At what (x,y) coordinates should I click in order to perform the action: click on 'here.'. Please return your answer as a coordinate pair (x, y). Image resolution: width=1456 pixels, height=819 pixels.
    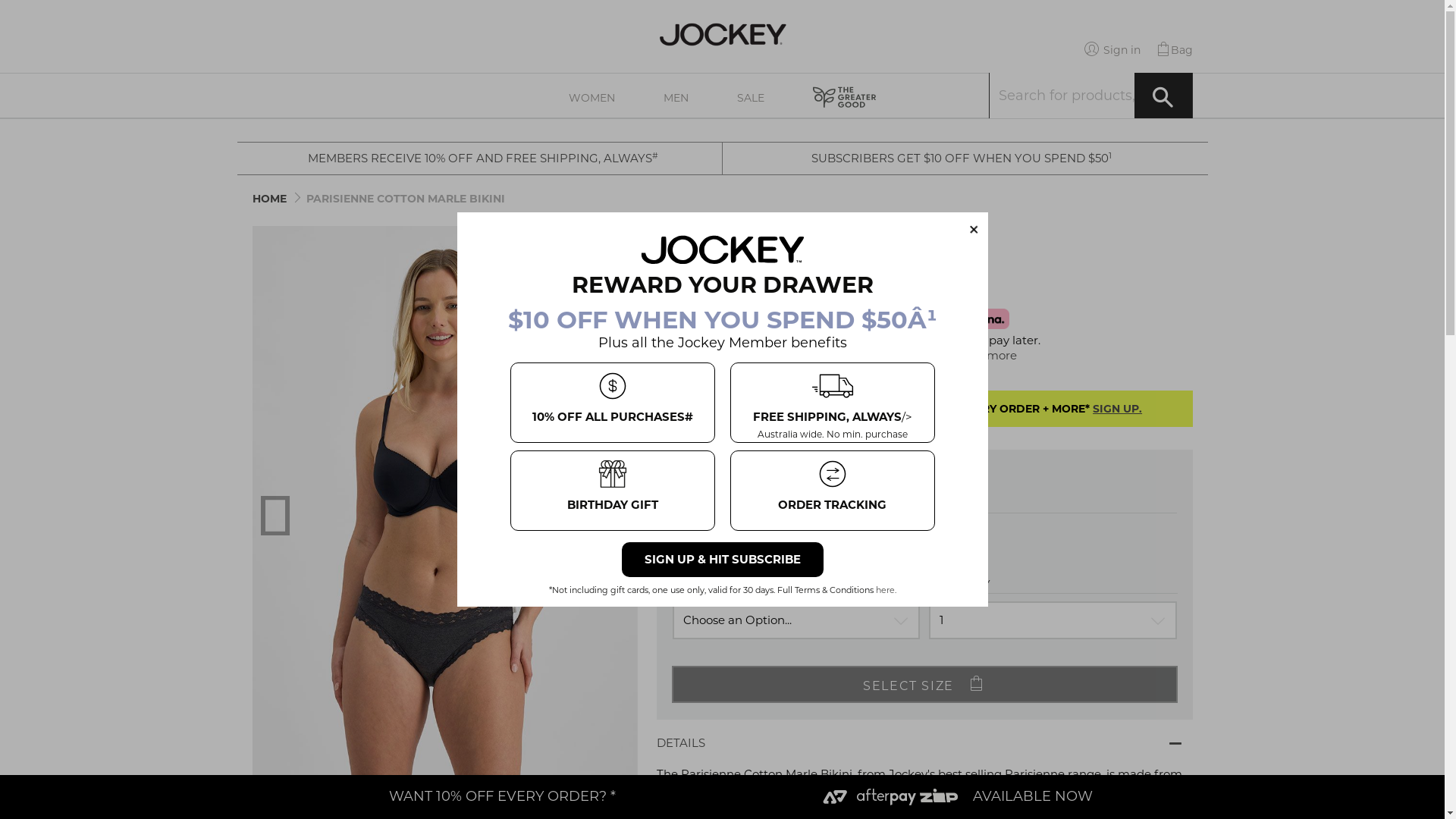
    Looking at the image, I should click on (874, 589).